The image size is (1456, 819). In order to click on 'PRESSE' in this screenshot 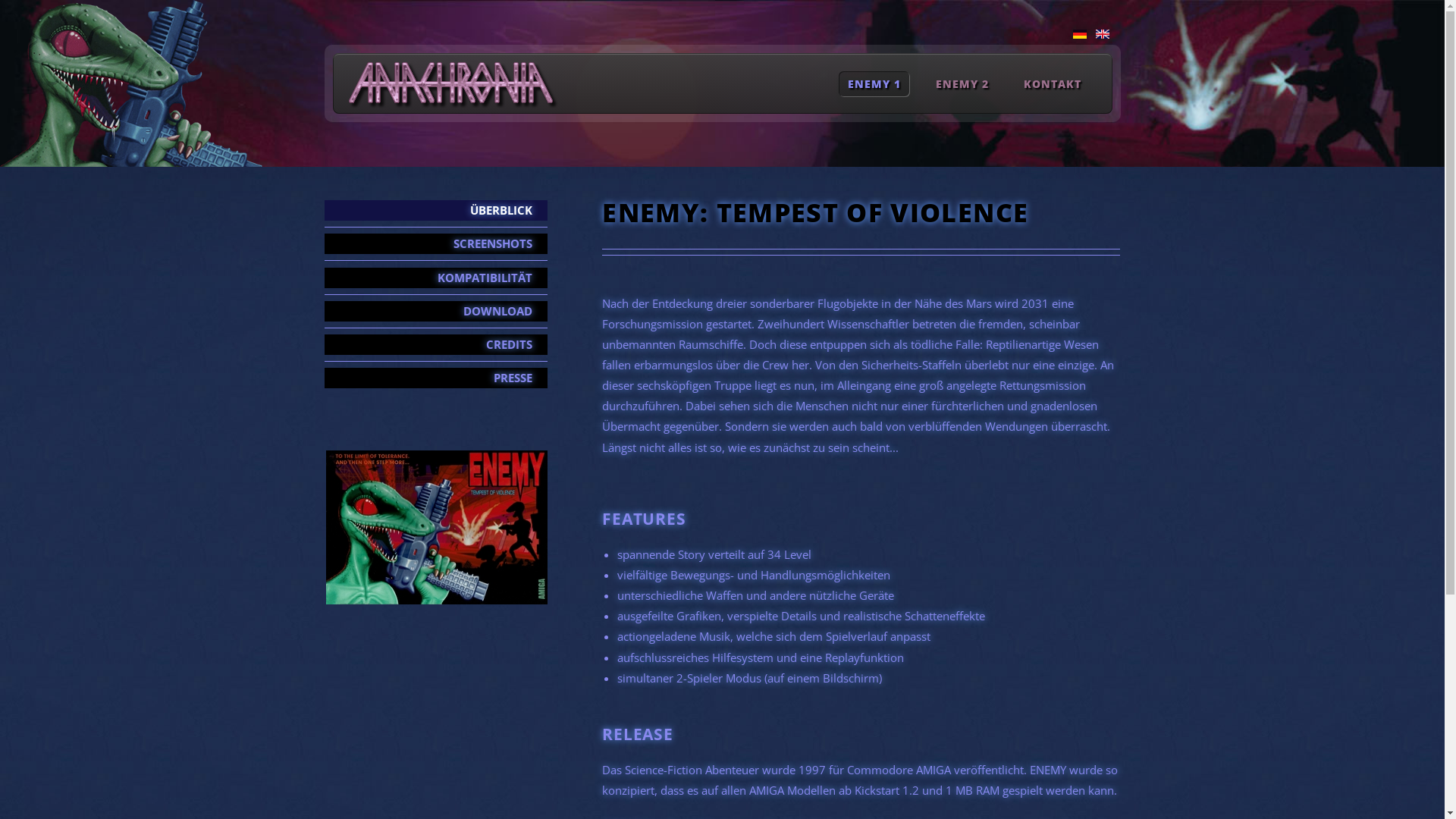, I will do `click(435, 377)`.